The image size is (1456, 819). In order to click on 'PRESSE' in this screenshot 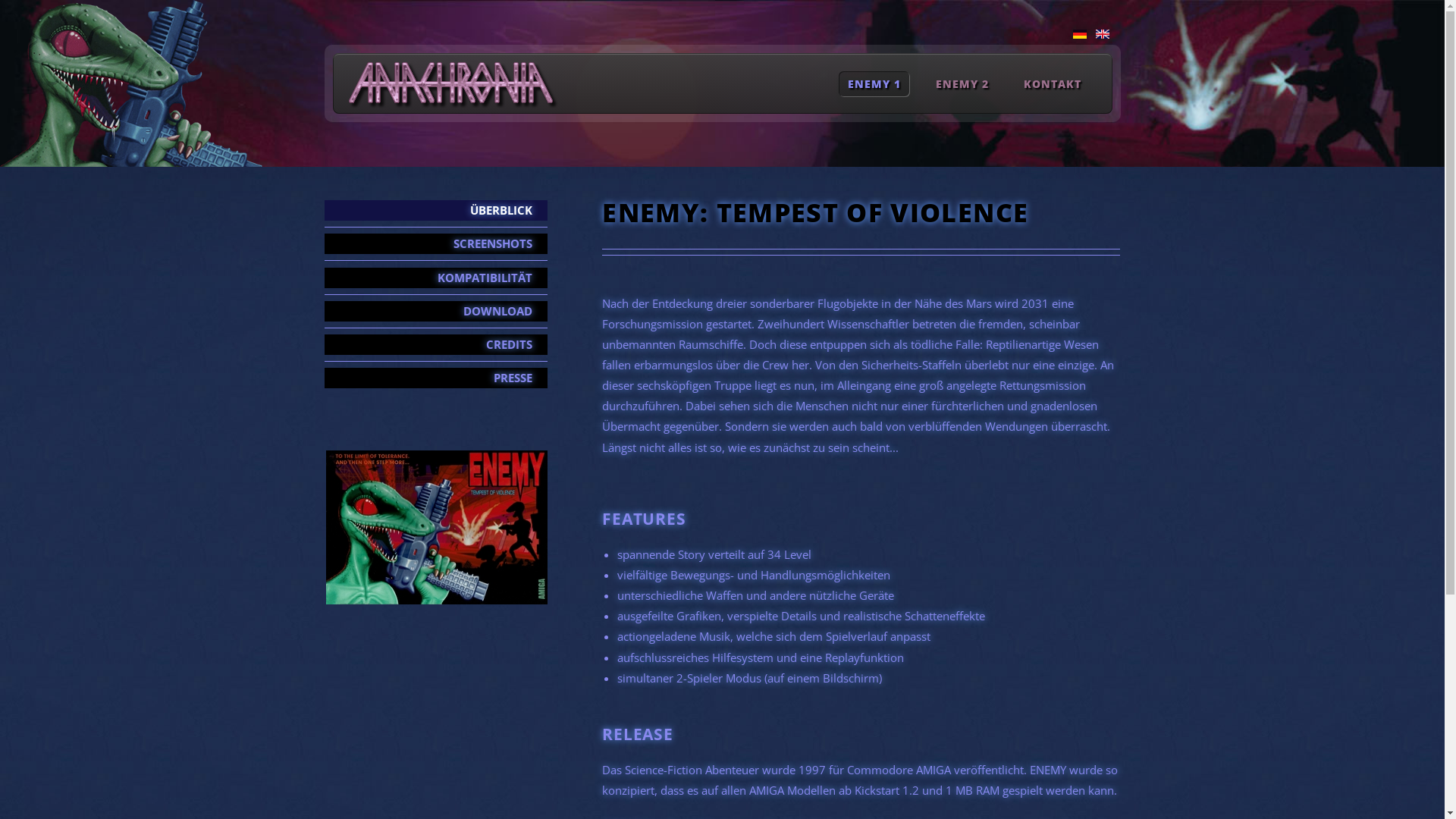, I will do `click(435, 377)`.